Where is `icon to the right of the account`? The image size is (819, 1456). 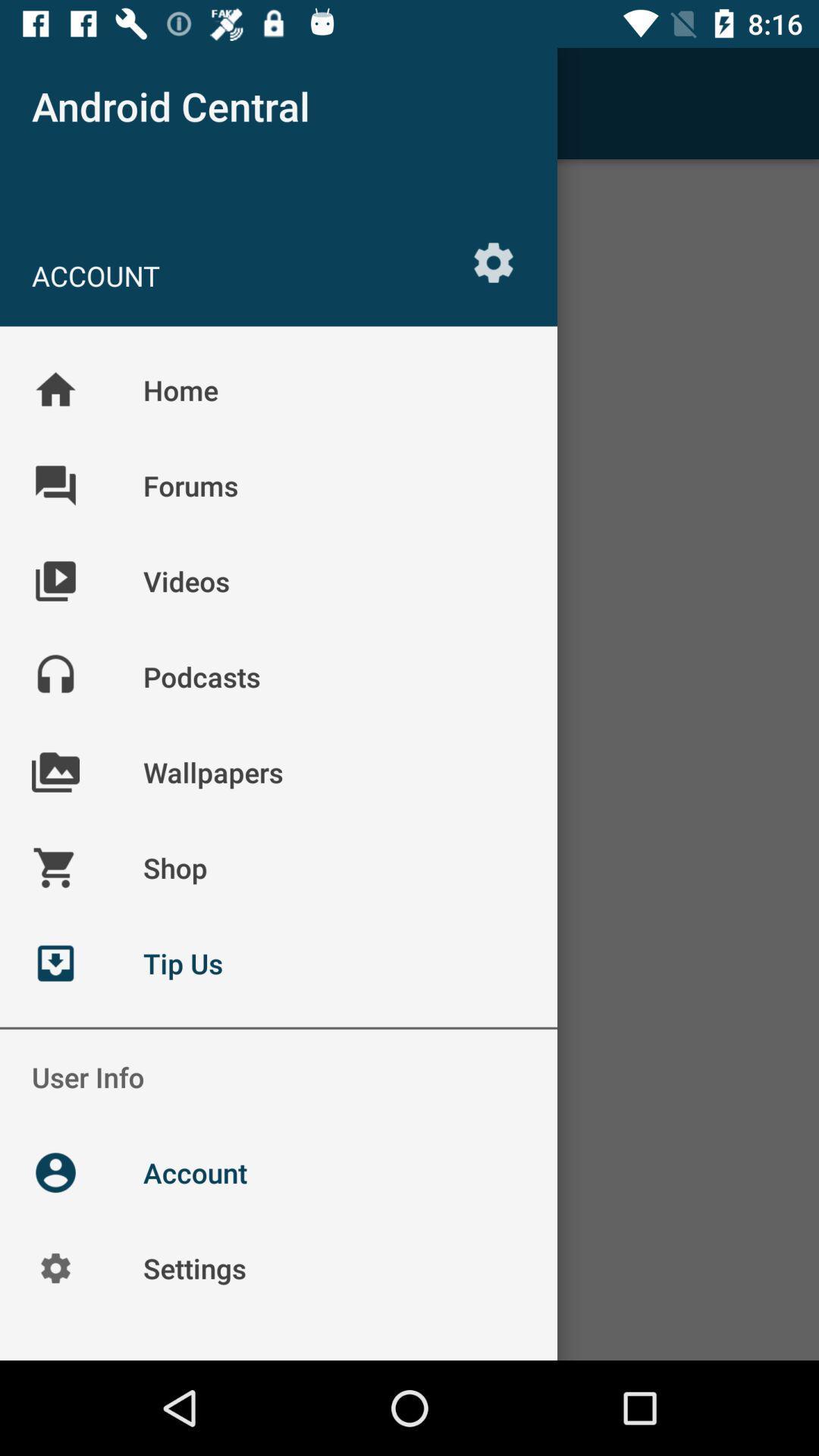
icon to the right of the account is located at coordinates (494, 262).